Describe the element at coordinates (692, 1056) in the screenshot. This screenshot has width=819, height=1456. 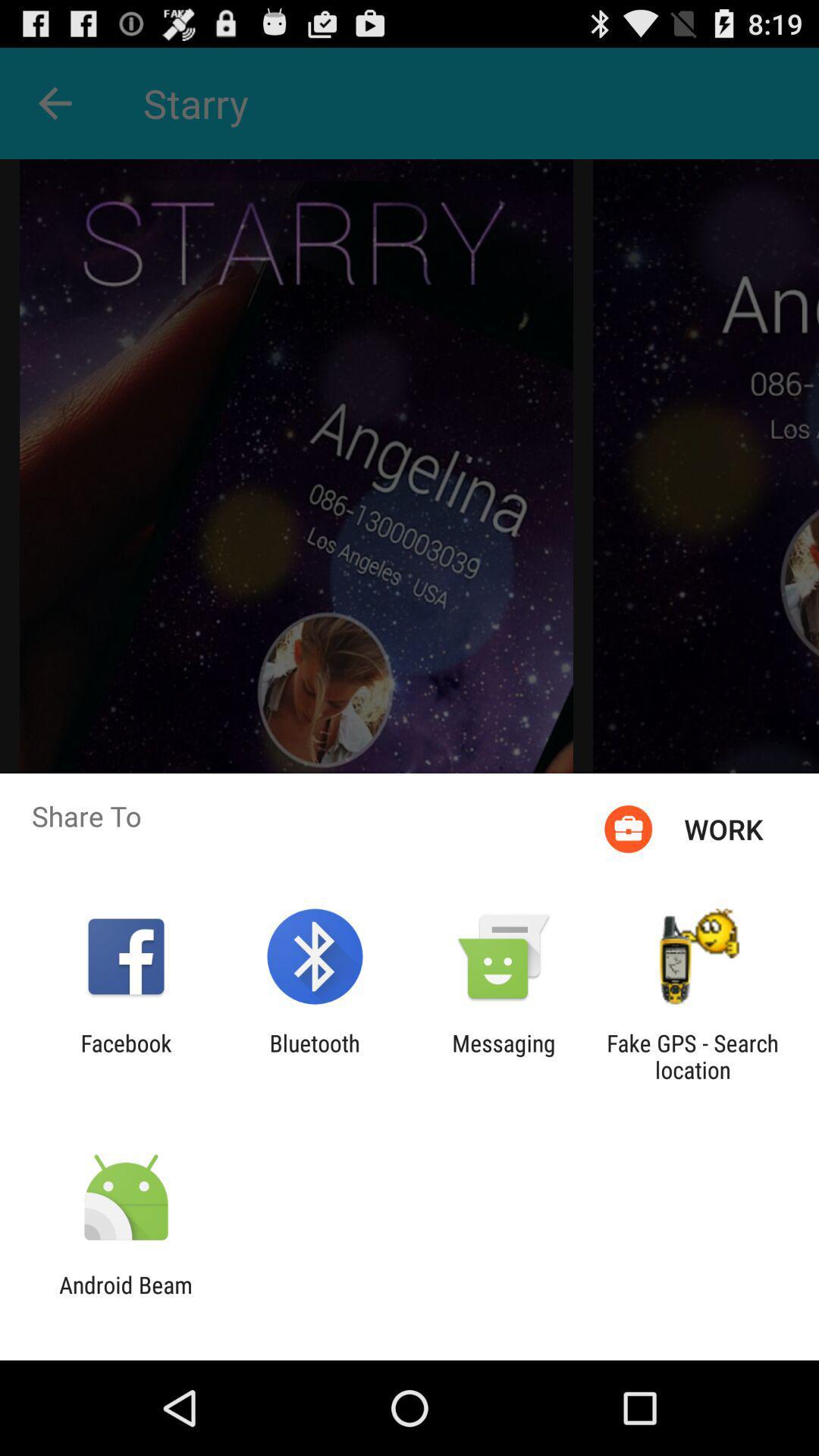
I see `icon to the right of the messaging item` at that location.